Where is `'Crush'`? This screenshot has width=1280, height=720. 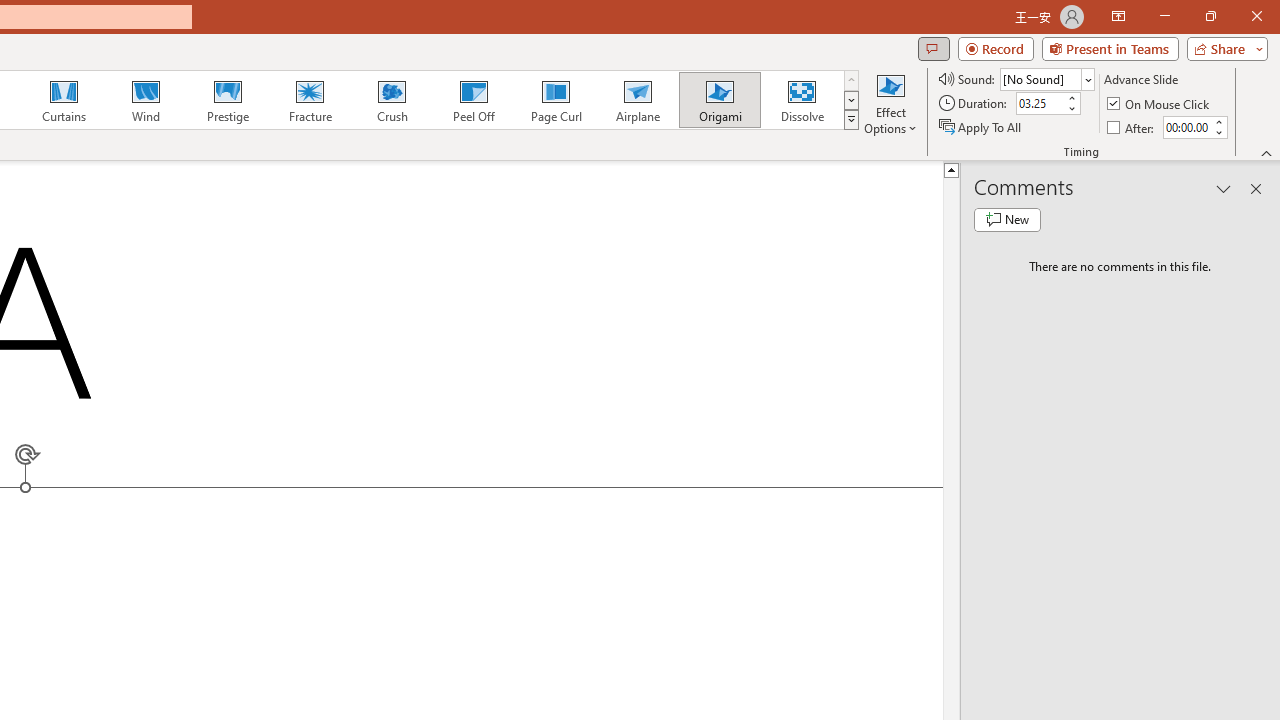
'Crush' is located at coordinates (391, 100).